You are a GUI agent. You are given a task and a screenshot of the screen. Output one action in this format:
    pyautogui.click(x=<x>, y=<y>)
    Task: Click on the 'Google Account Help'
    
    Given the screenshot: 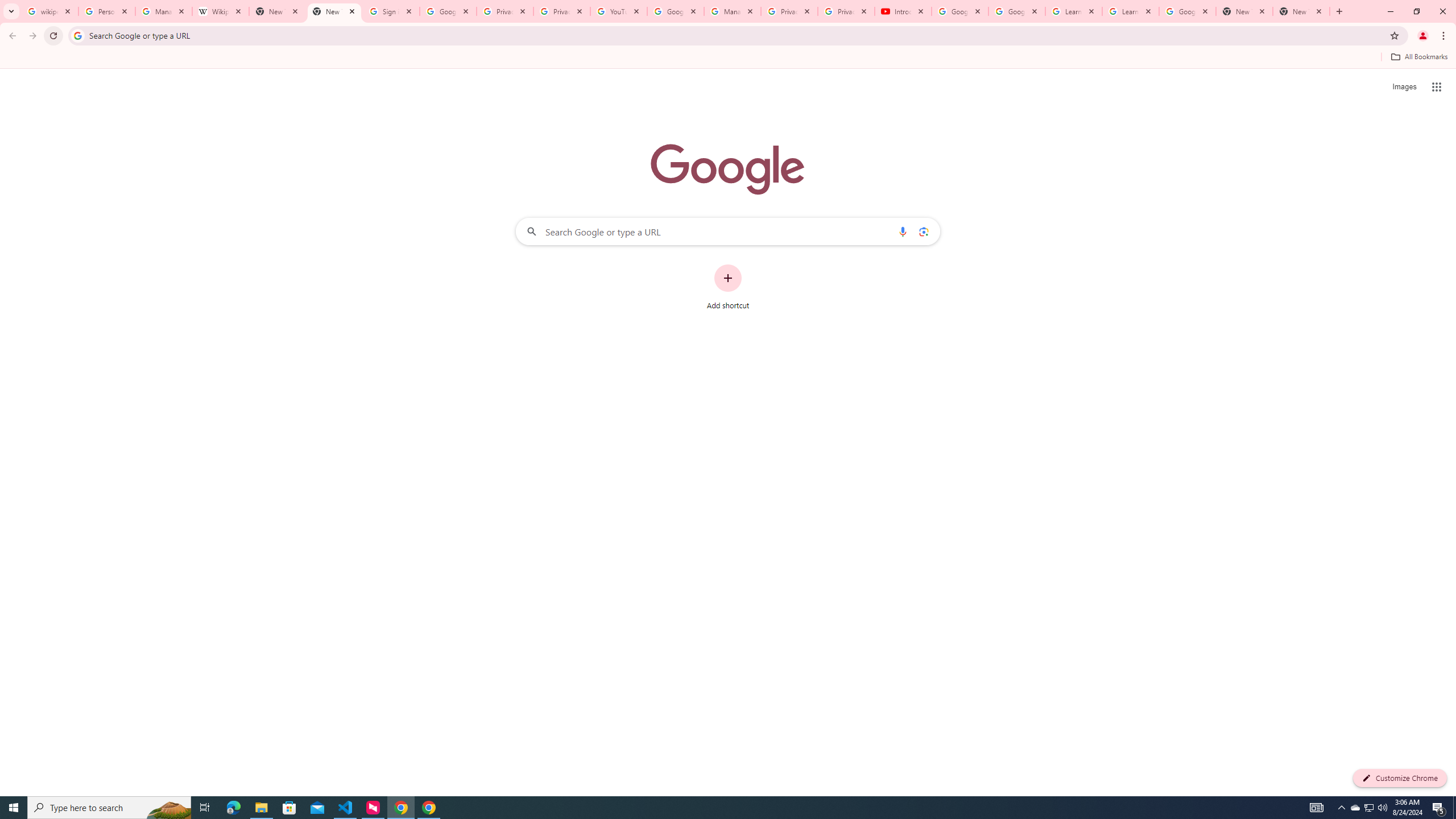 What is the action you would take?
    pyautogui.click(x=959, y=11)
    